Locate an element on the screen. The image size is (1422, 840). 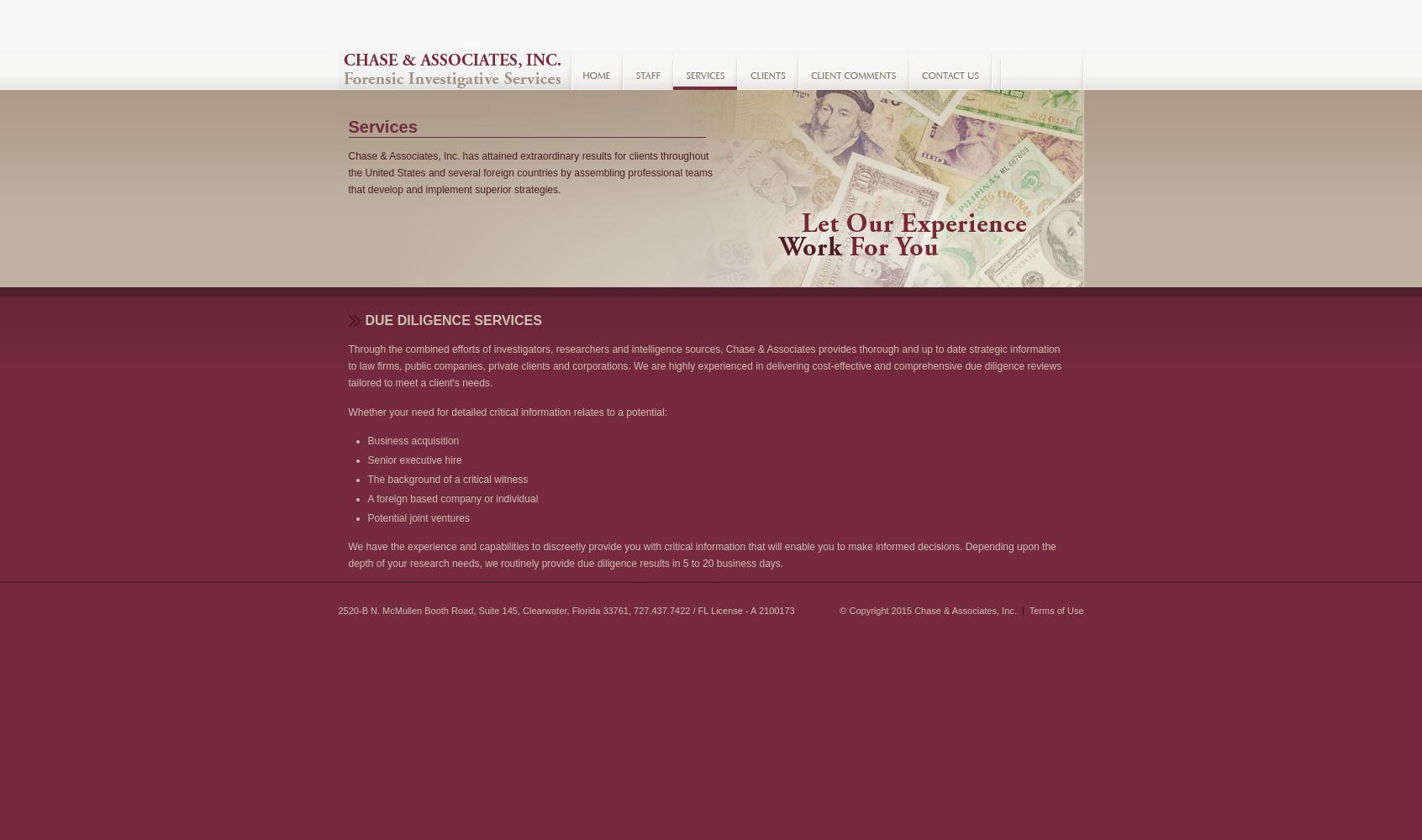
'Business acquisition' is located at coordinates (412, 441).